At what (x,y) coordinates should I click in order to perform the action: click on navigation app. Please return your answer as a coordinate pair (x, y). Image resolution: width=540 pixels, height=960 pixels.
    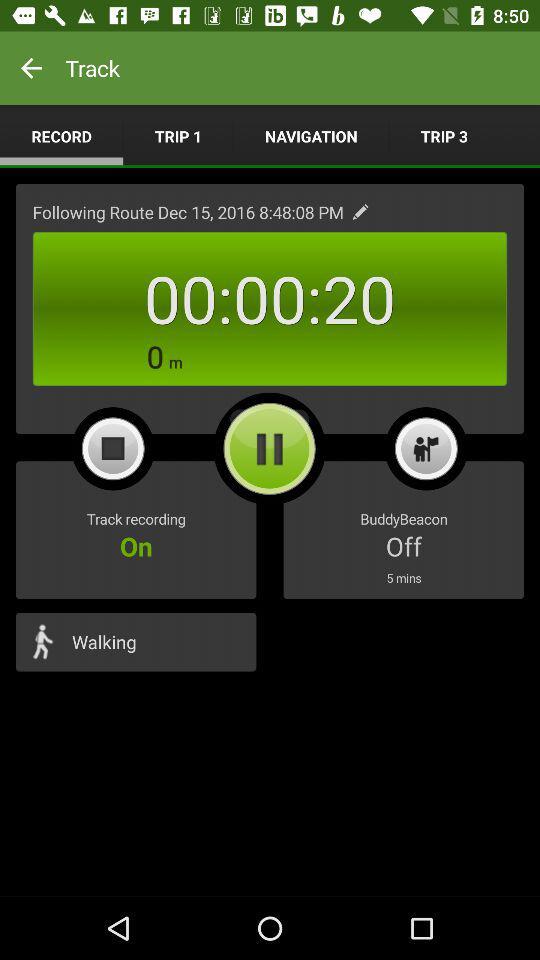
    Looking at the image, I should click on (311, 135).